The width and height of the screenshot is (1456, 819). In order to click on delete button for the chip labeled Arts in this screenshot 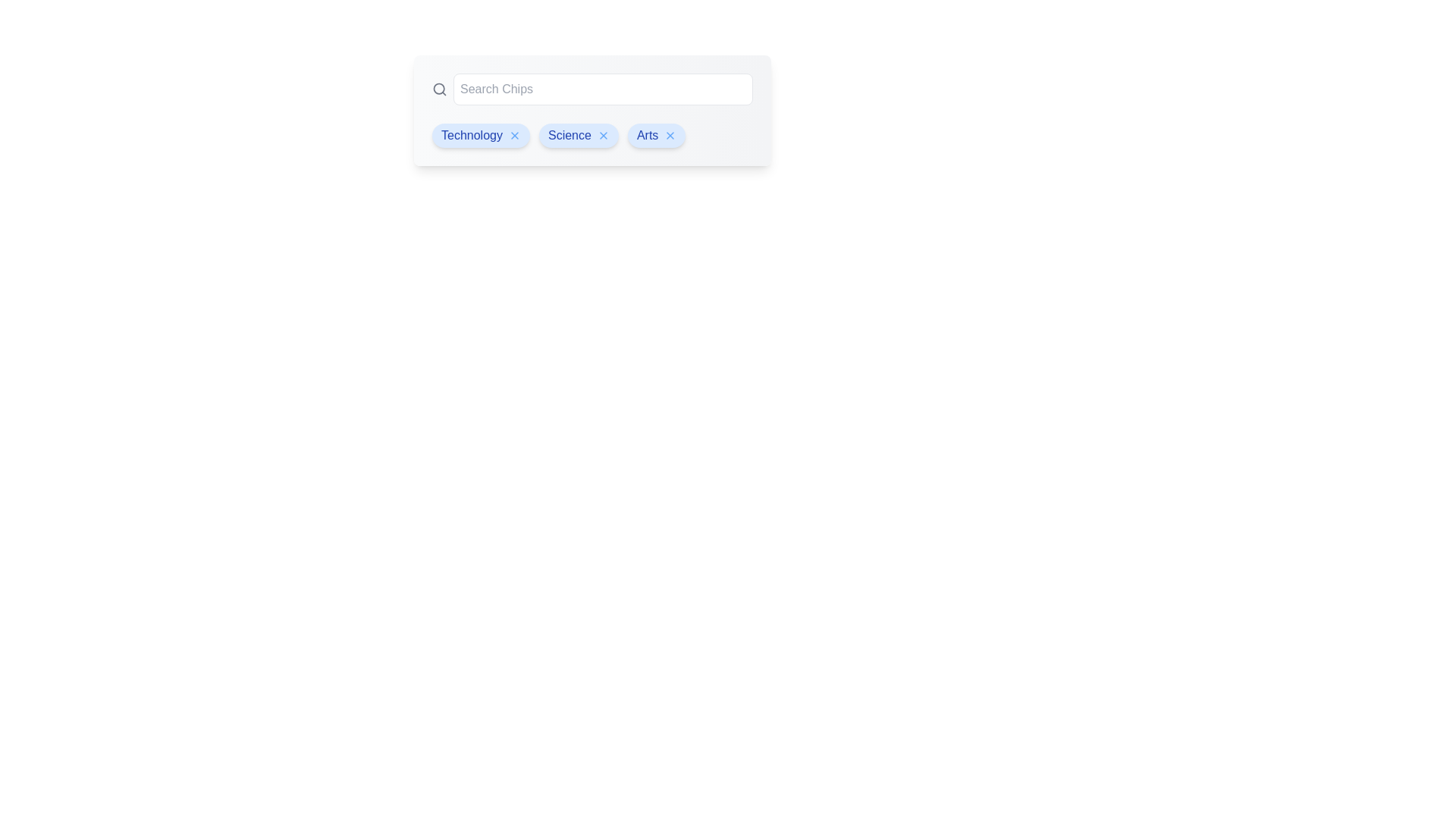, I will do `click(670, 134)`.